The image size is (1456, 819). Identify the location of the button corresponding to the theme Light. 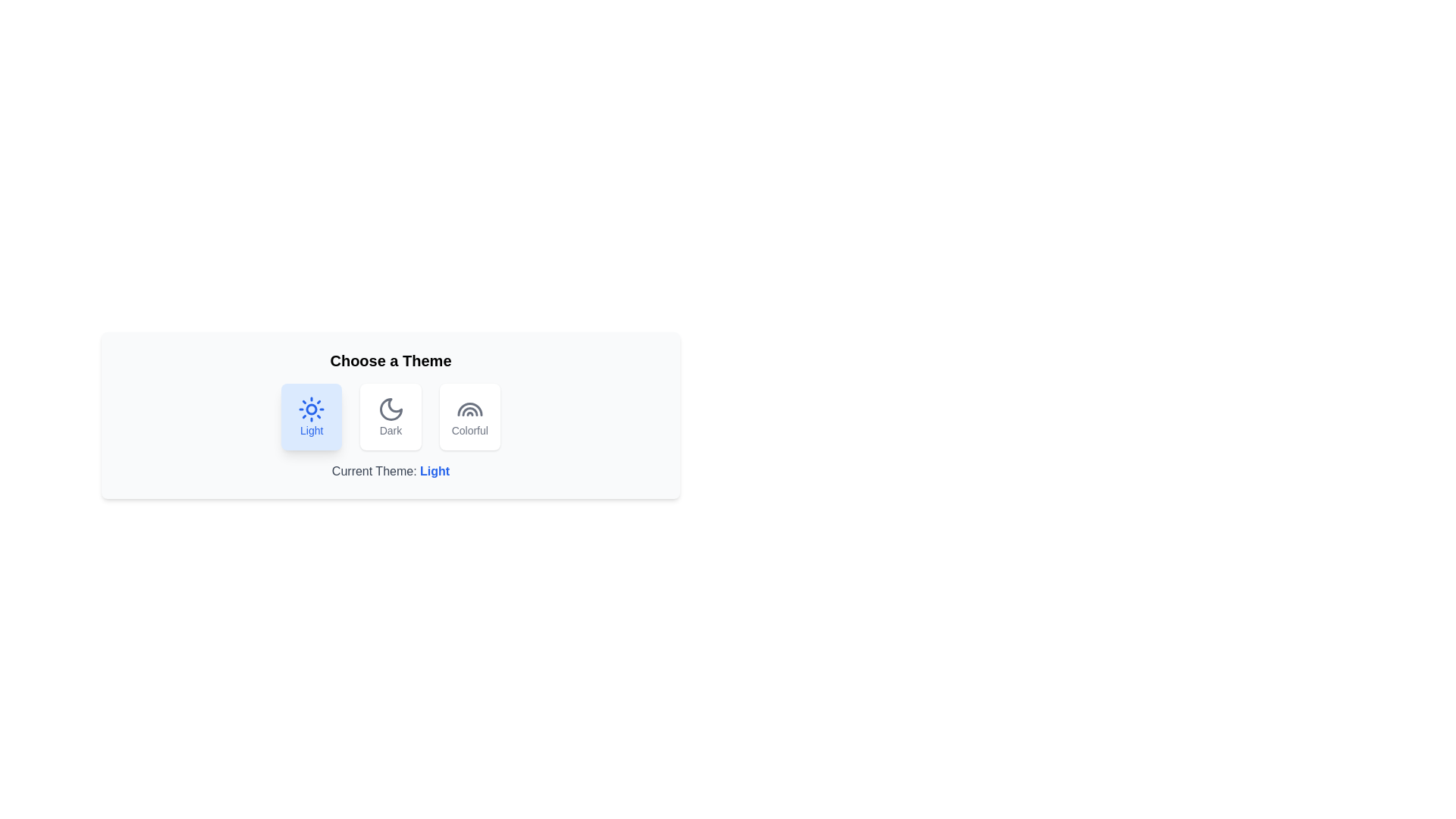
(311, 417).